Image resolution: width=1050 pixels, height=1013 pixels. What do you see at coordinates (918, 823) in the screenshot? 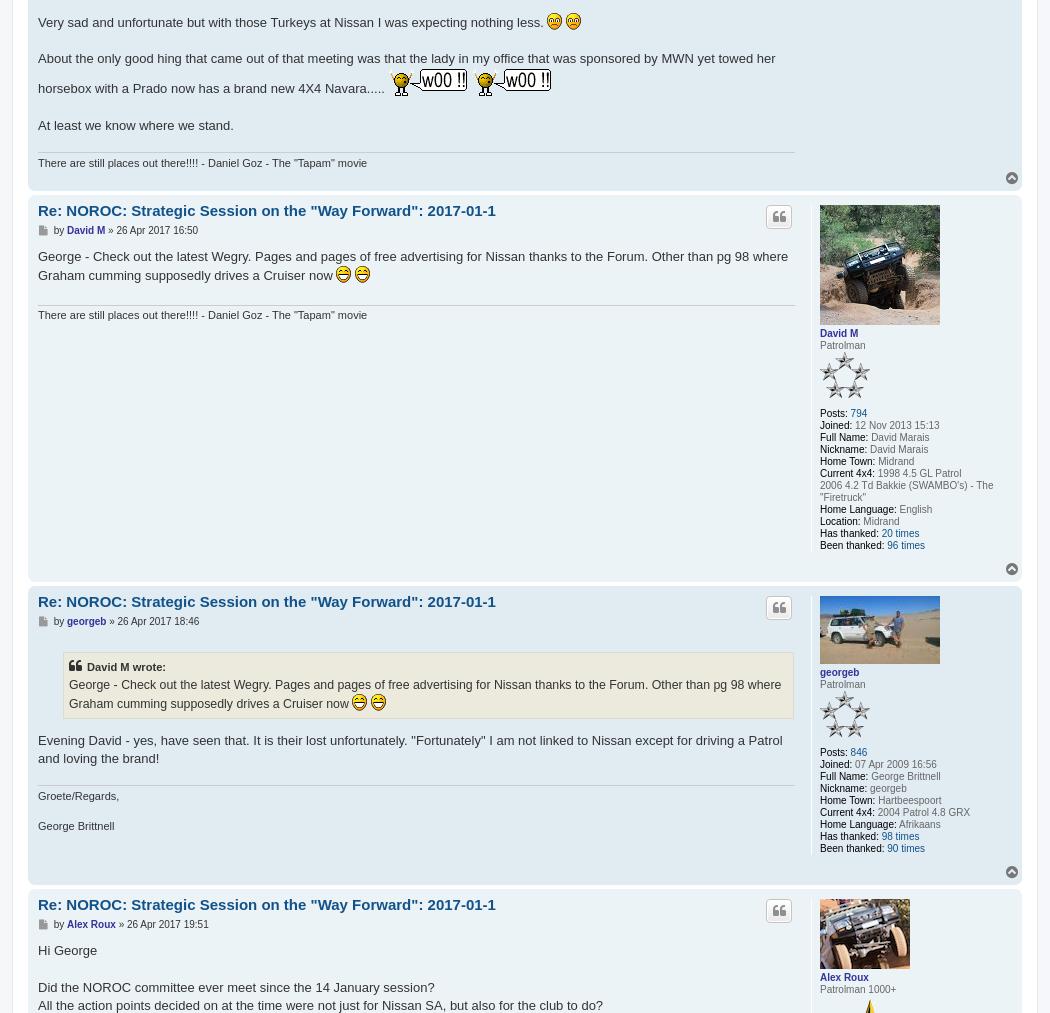
I see `'Afrikaans'` at bounding box center [918, 823].